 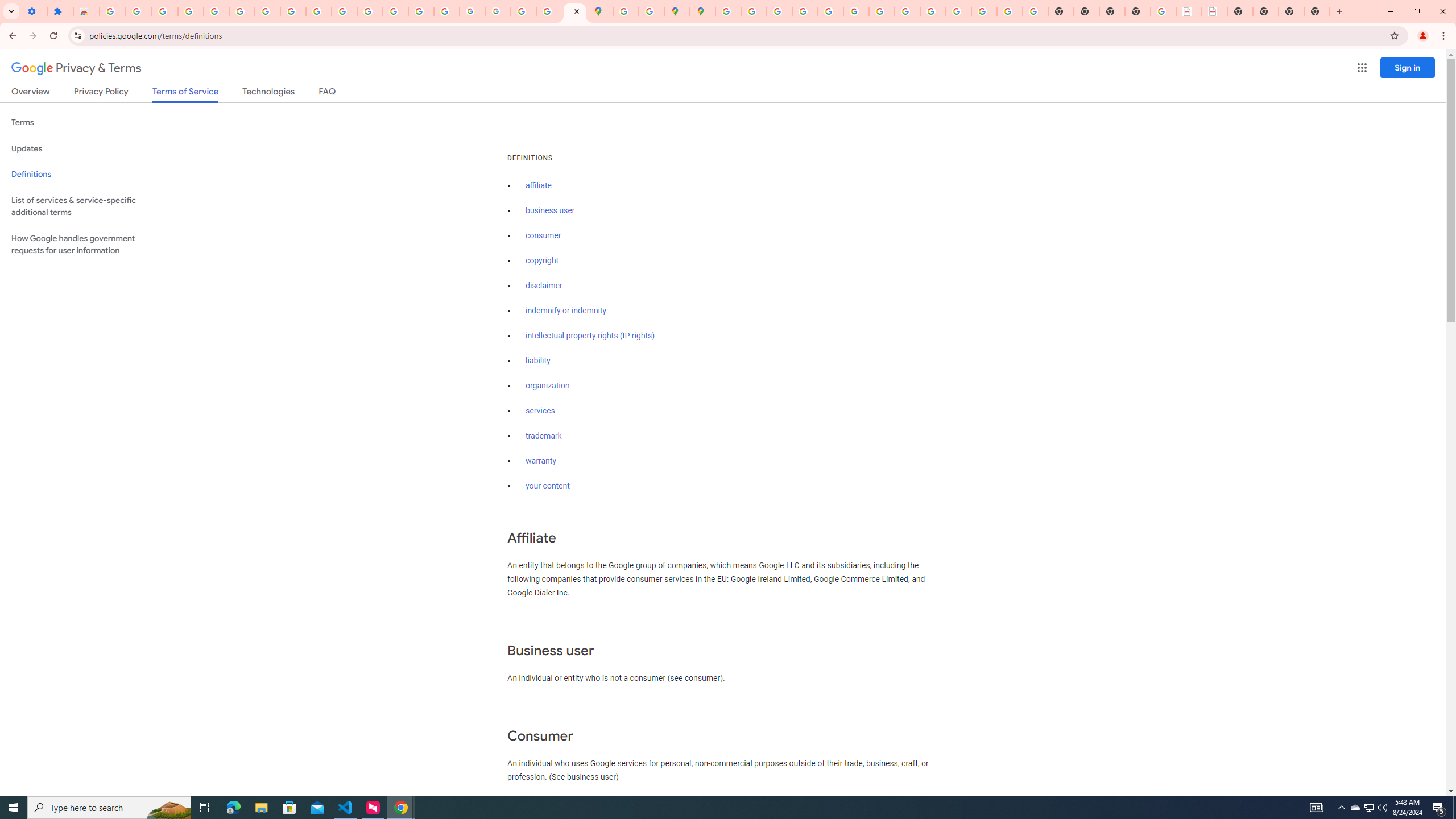 What do you see at coordinates (242, 11) in the screenshot?
I see `'Sign in - Google Accounts'` at bounding box center [242, 11].